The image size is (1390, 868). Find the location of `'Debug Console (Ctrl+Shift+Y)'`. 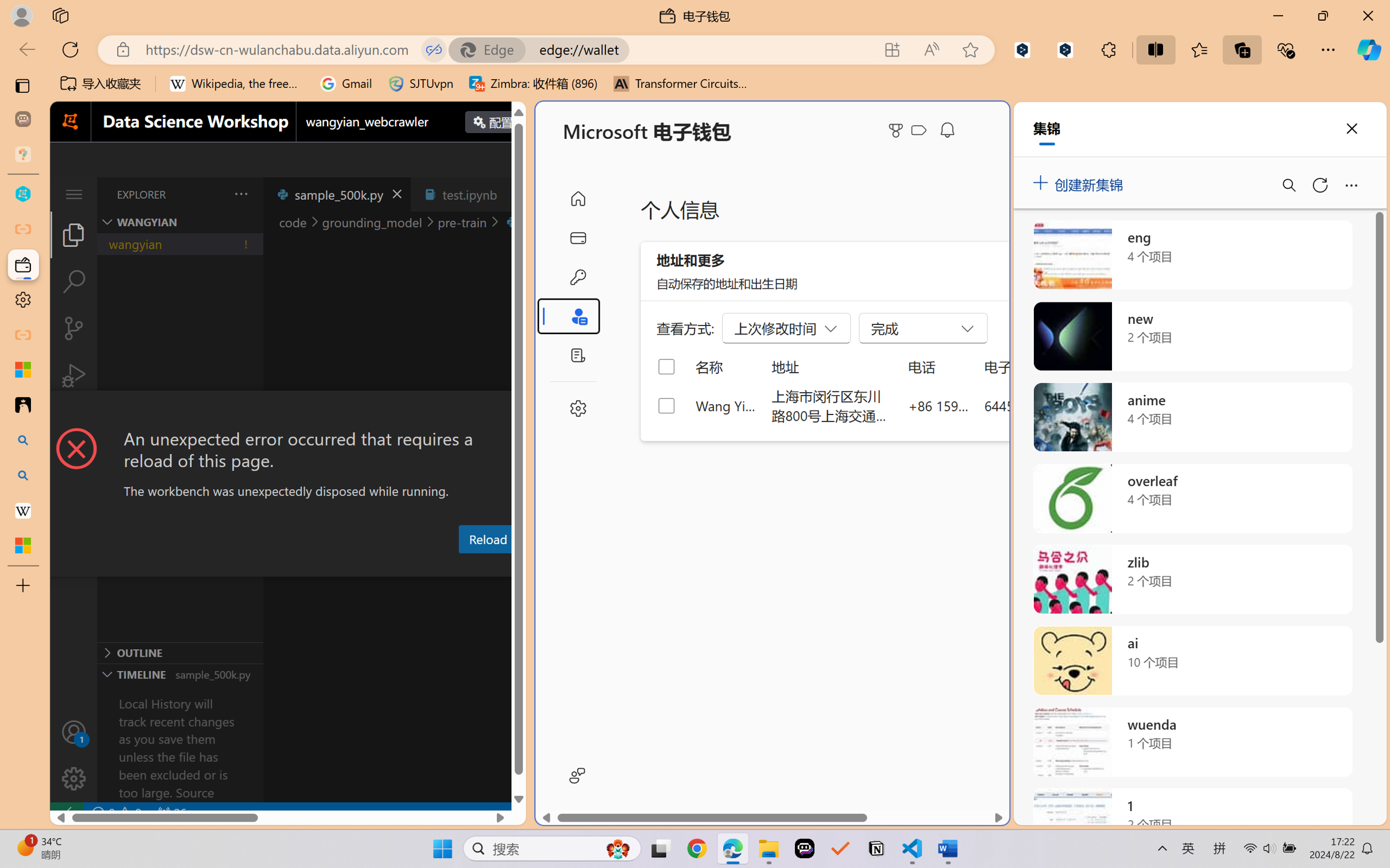

'Debug Console (Ctrl+Shift+Y)' is located at coordinates (464, 566).